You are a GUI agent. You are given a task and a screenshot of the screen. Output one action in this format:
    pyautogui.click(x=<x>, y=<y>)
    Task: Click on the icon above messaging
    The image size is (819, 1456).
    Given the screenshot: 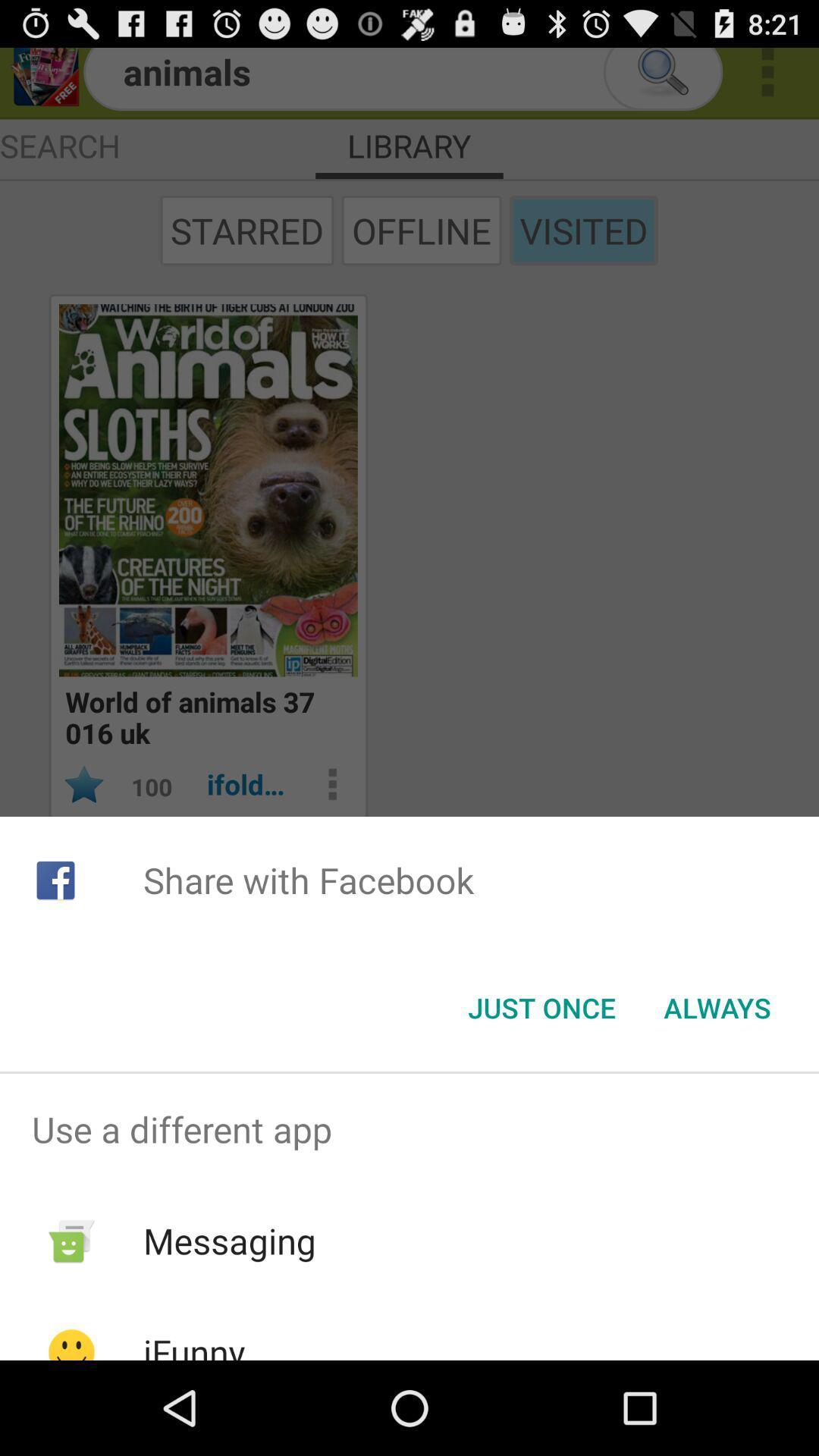 What is the action you would take?
    pyautogui.click(x=409, y=1129)
    